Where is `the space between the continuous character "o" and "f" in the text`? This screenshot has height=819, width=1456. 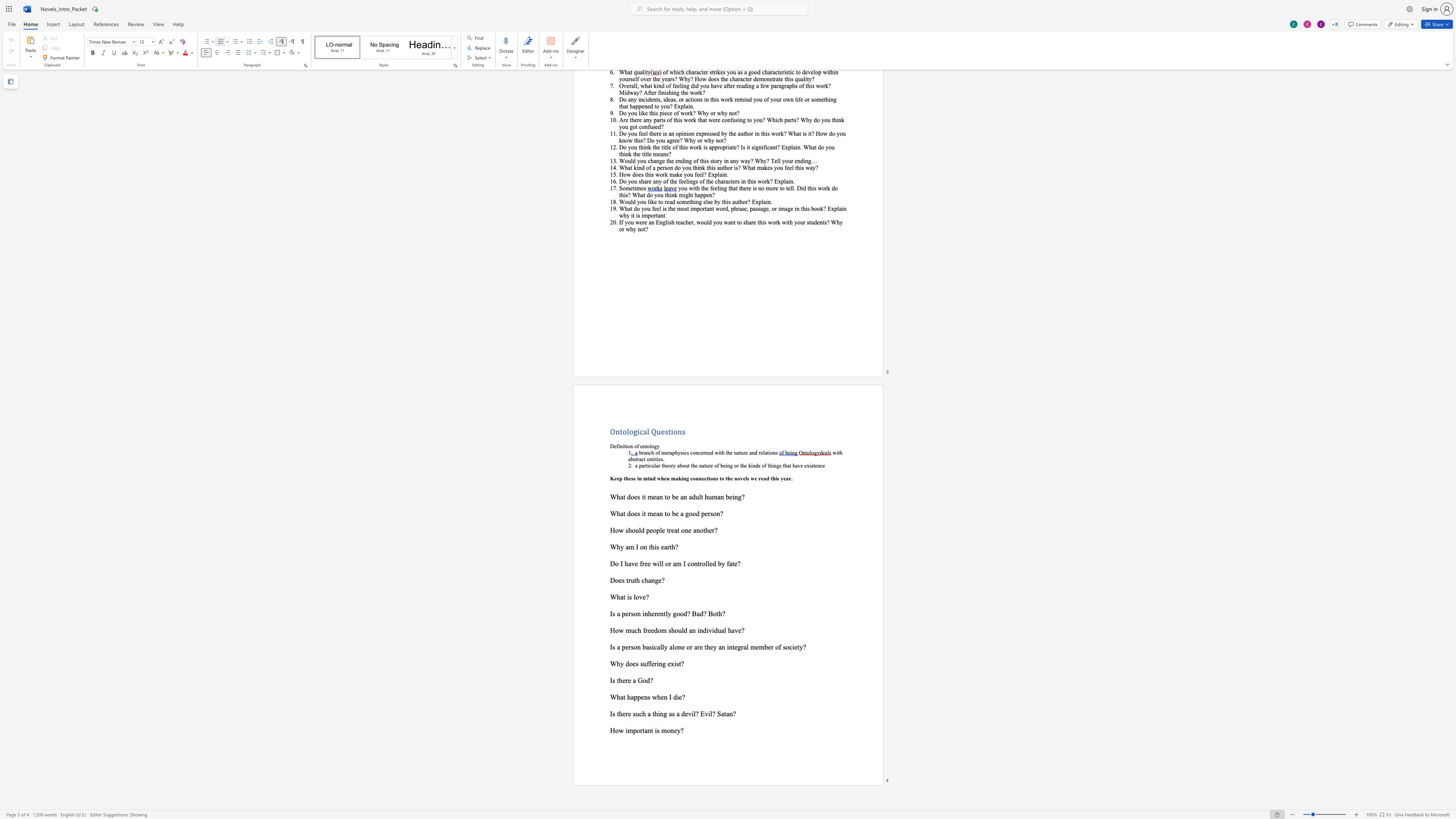 the space between the continuous character "o" and "f" in the text is located at coordinates (636, 445).